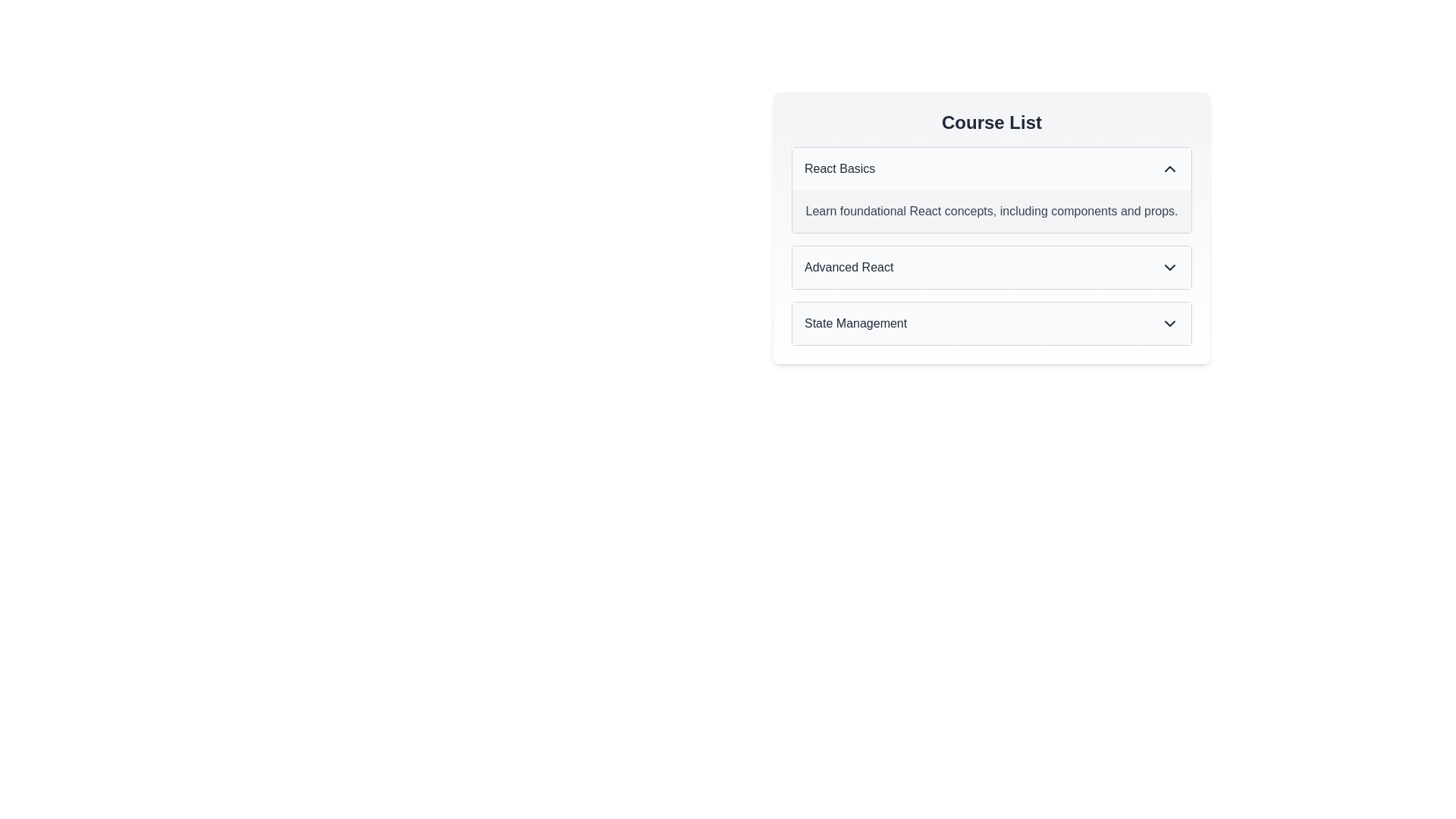 The height and width of the screenshot is (819, 1456). Describe the element at coordinates (848, 267) in the screenshot. I see `the 'Advanced React' text label` at that location.